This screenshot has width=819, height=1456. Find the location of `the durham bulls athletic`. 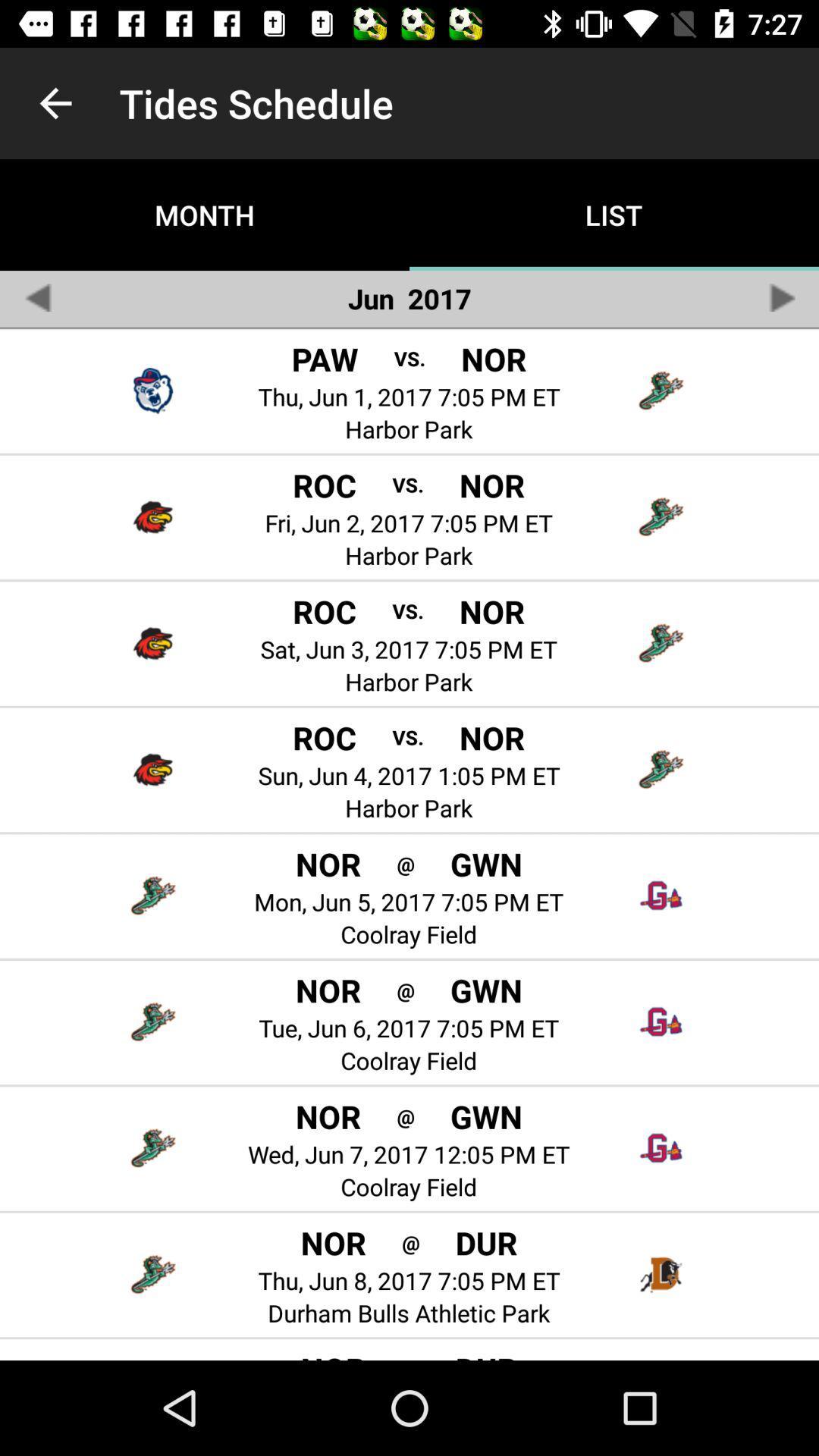

the durham bulls athletic is located at coordinates (408, 1312).